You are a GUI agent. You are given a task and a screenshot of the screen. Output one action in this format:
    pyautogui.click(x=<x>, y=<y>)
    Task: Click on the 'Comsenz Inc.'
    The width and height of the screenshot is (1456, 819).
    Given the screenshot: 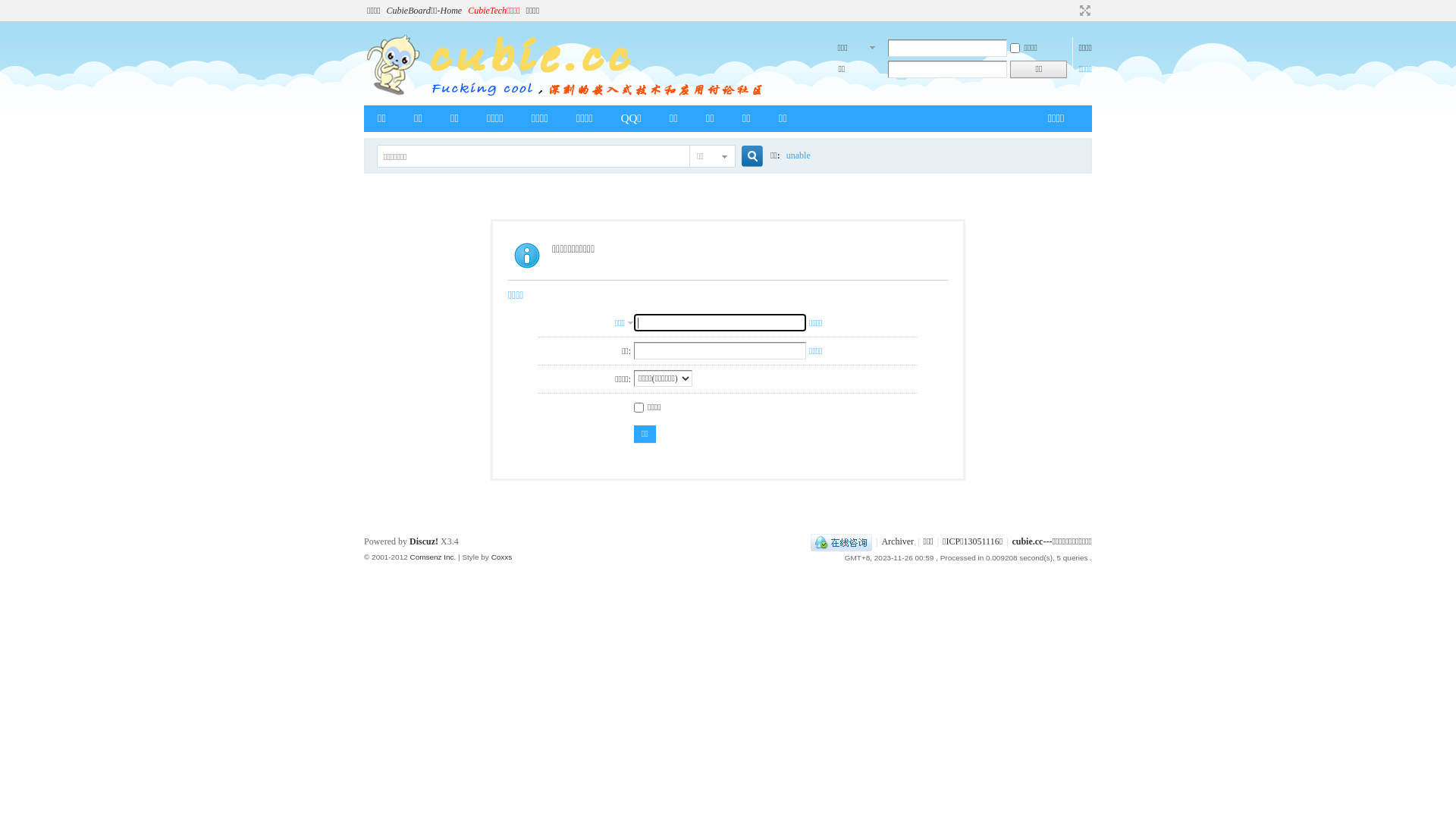 What is the action you would take?
    pyautogui.click(x=431, y=557)
    